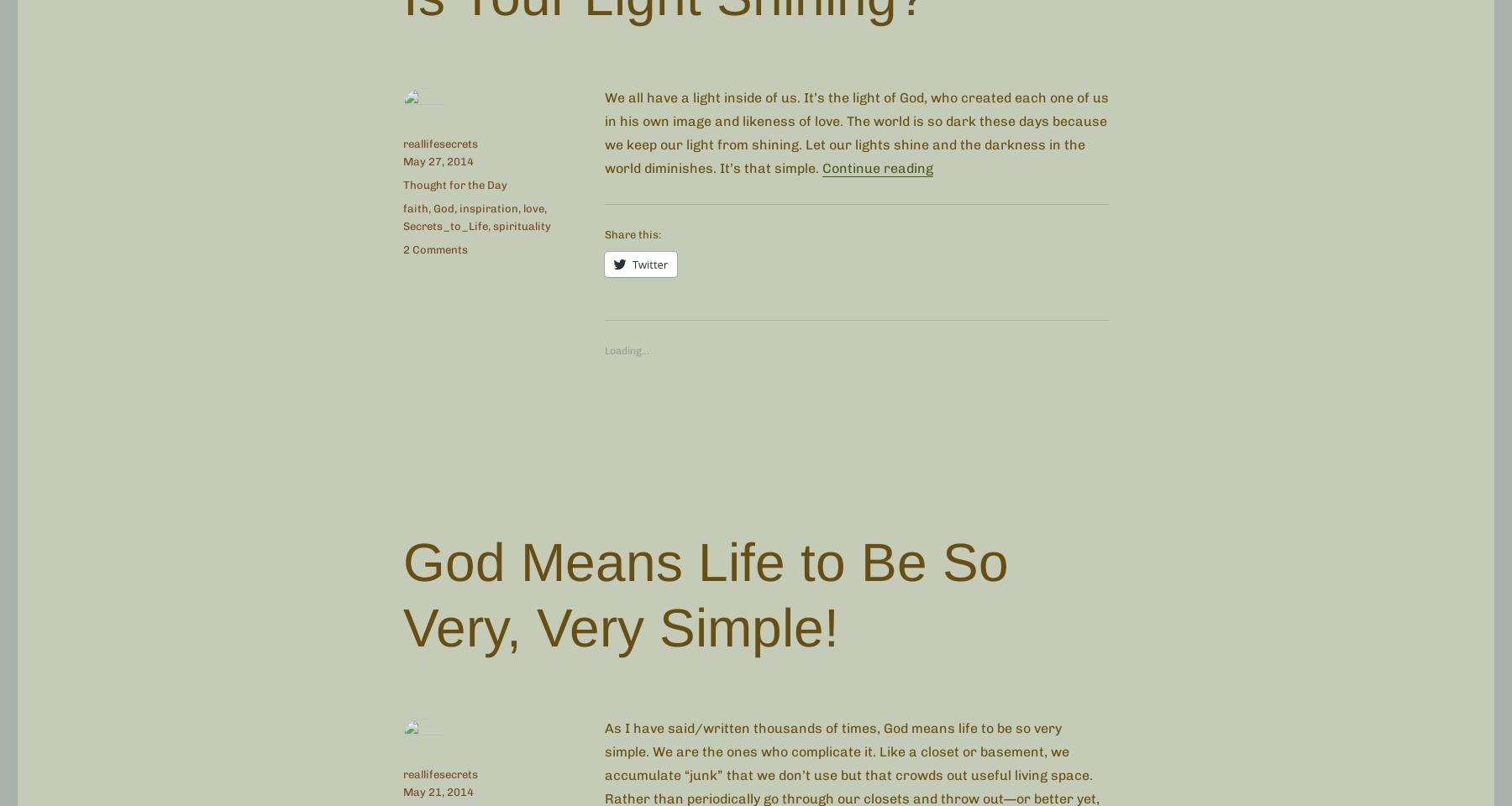 The height and width of the screenshot is (806, 1512). What do you see at coordinates (402, 207) in the screenshot?
I see `'faith'` at bounding box center [402, 207].